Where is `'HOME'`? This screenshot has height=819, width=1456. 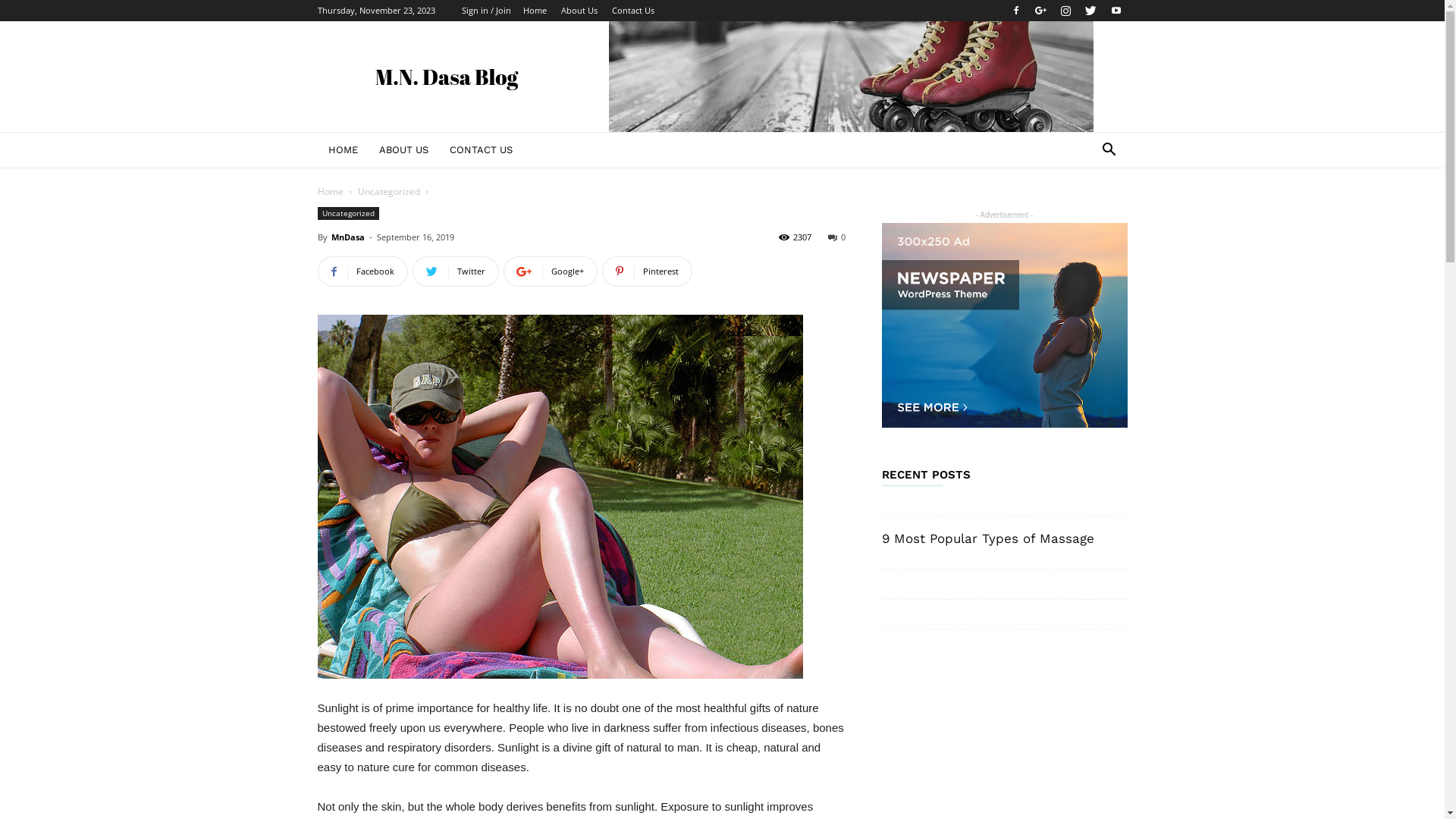
'HOME' is located at coordinates (315, 149).